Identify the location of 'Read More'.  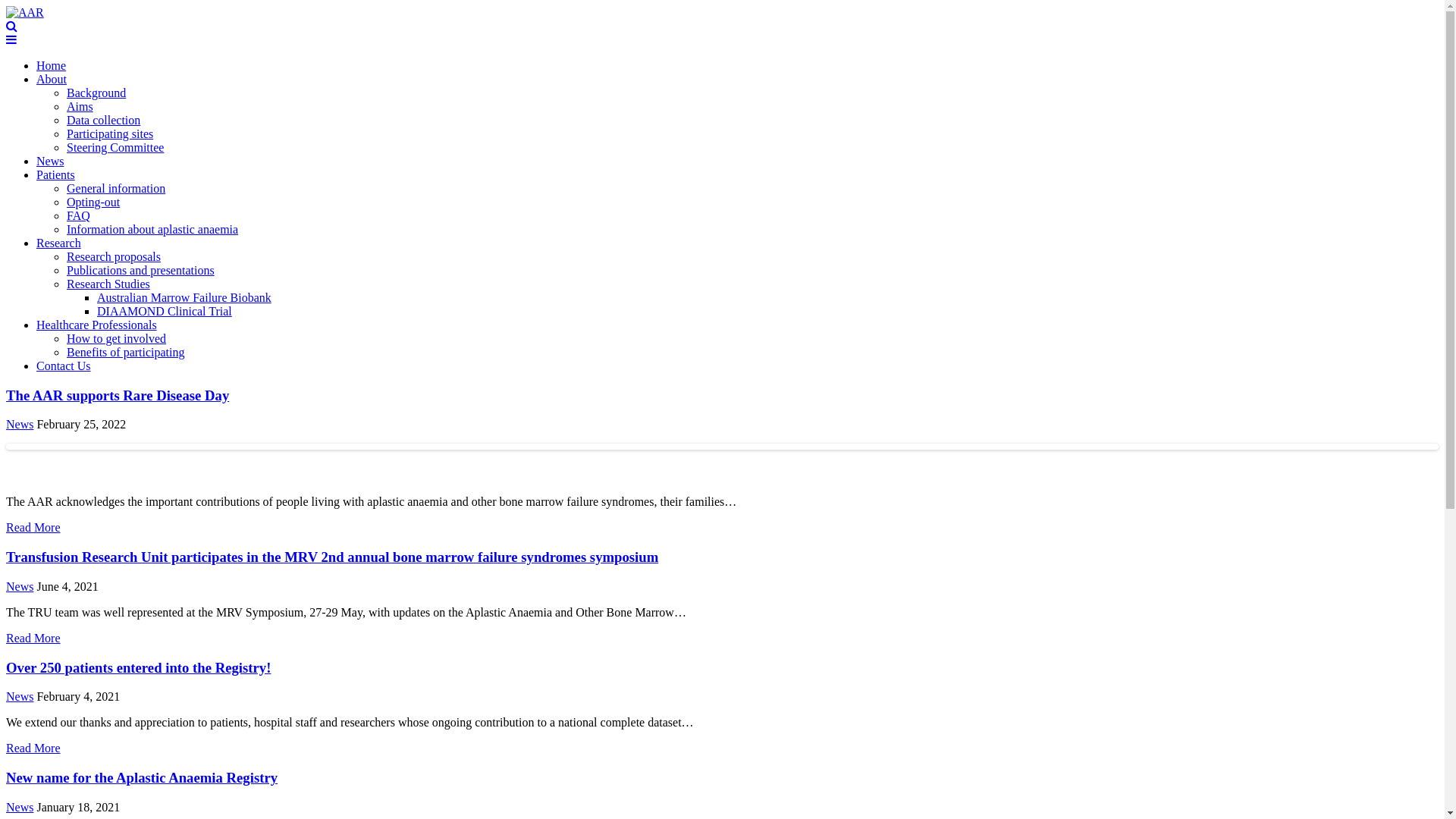
(33, 747).